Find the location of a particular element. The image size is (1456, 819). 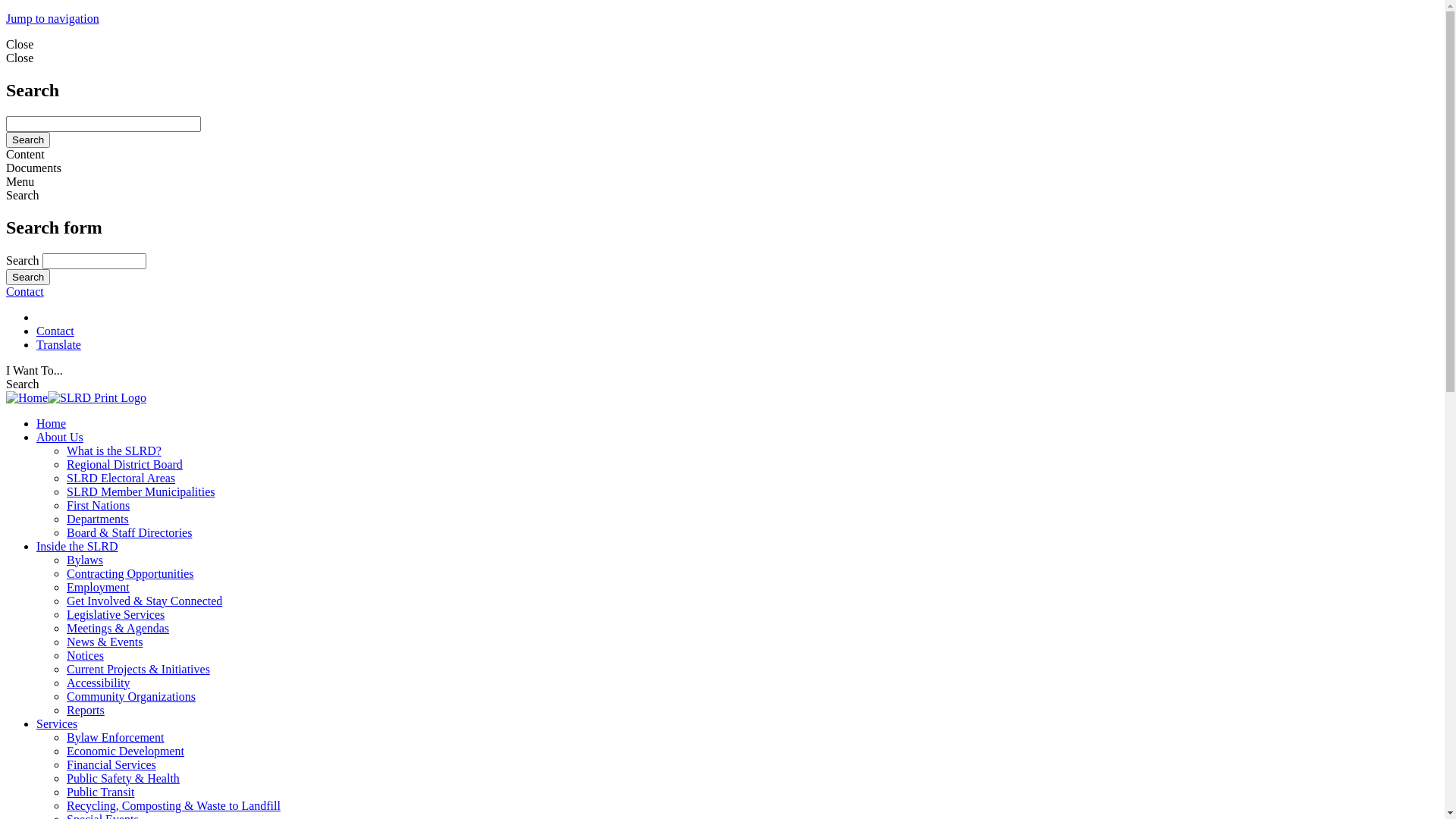

'SLRD Electoral Areas' is located at coordinates (120, 478).